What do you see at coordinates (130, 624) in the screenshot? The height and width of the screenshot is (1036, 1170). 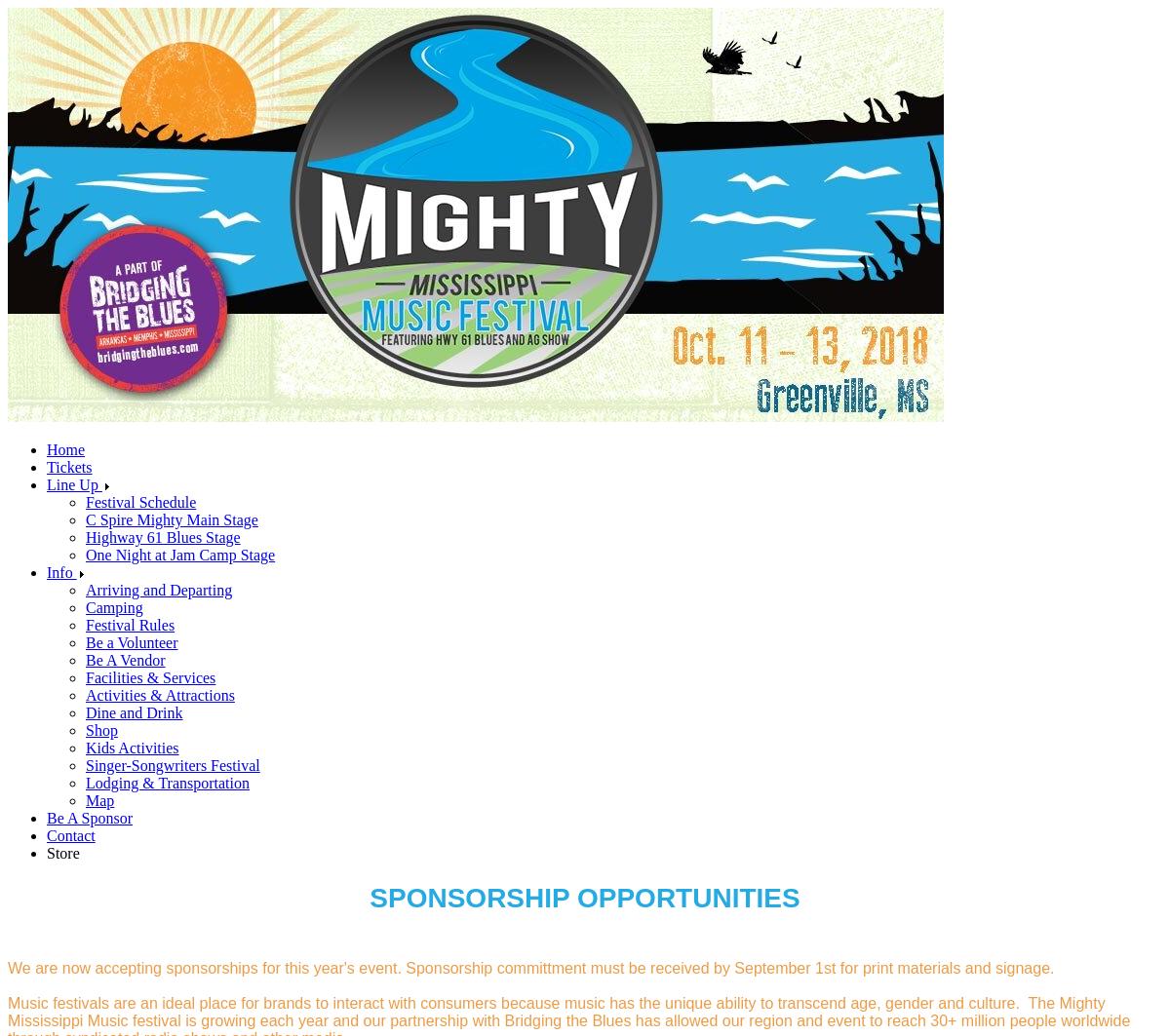 I see `'Festival Rules'` at bounding box center [130, 624].